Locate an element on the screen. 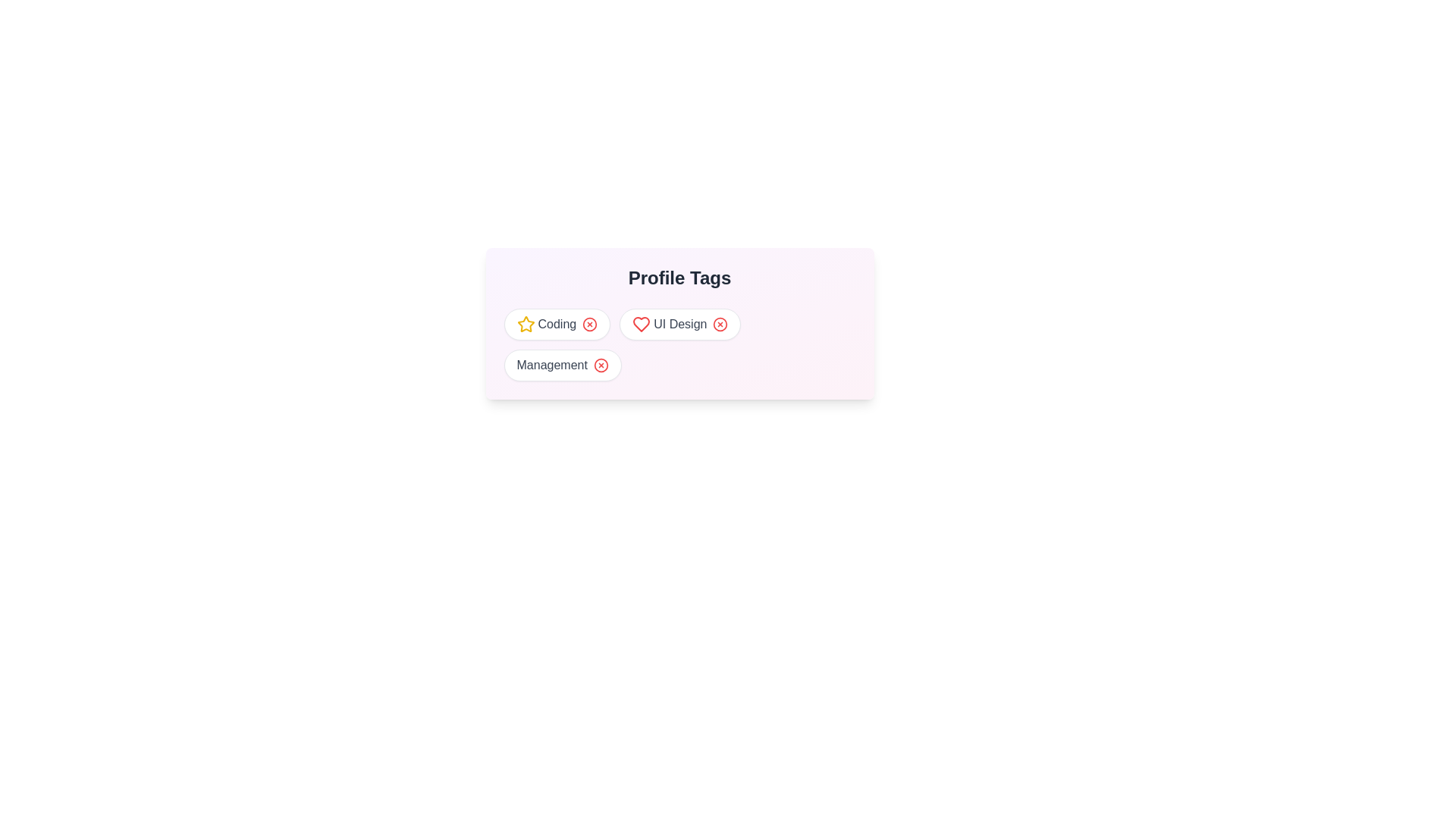  remove button for the tag with name UI Design is located at coordinates (720, 324).